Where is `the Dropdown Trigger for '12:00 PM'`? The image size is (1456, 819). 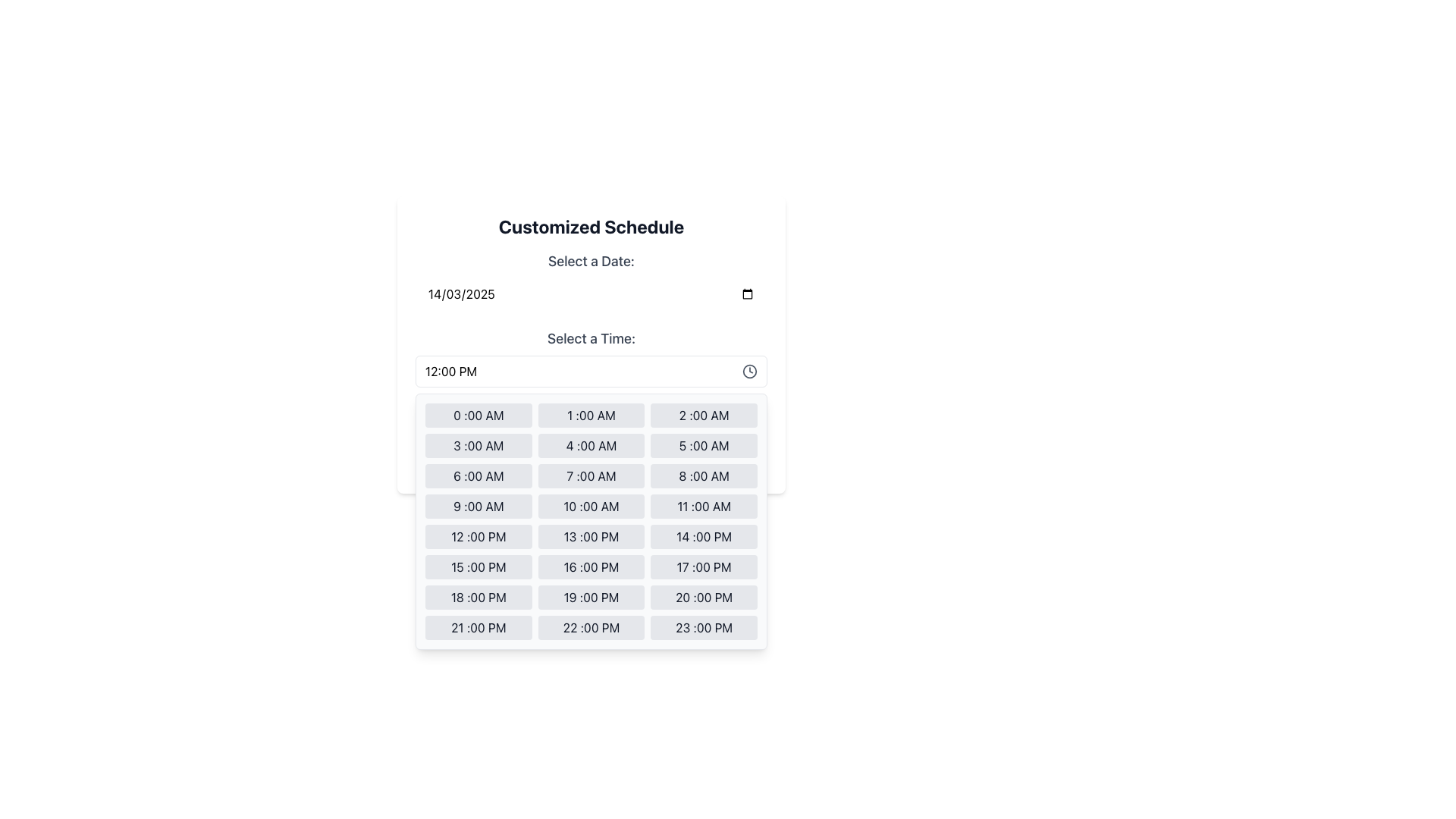
the Dropdown Trigger for '12:00 PM' is located at coordinates (590, 371).